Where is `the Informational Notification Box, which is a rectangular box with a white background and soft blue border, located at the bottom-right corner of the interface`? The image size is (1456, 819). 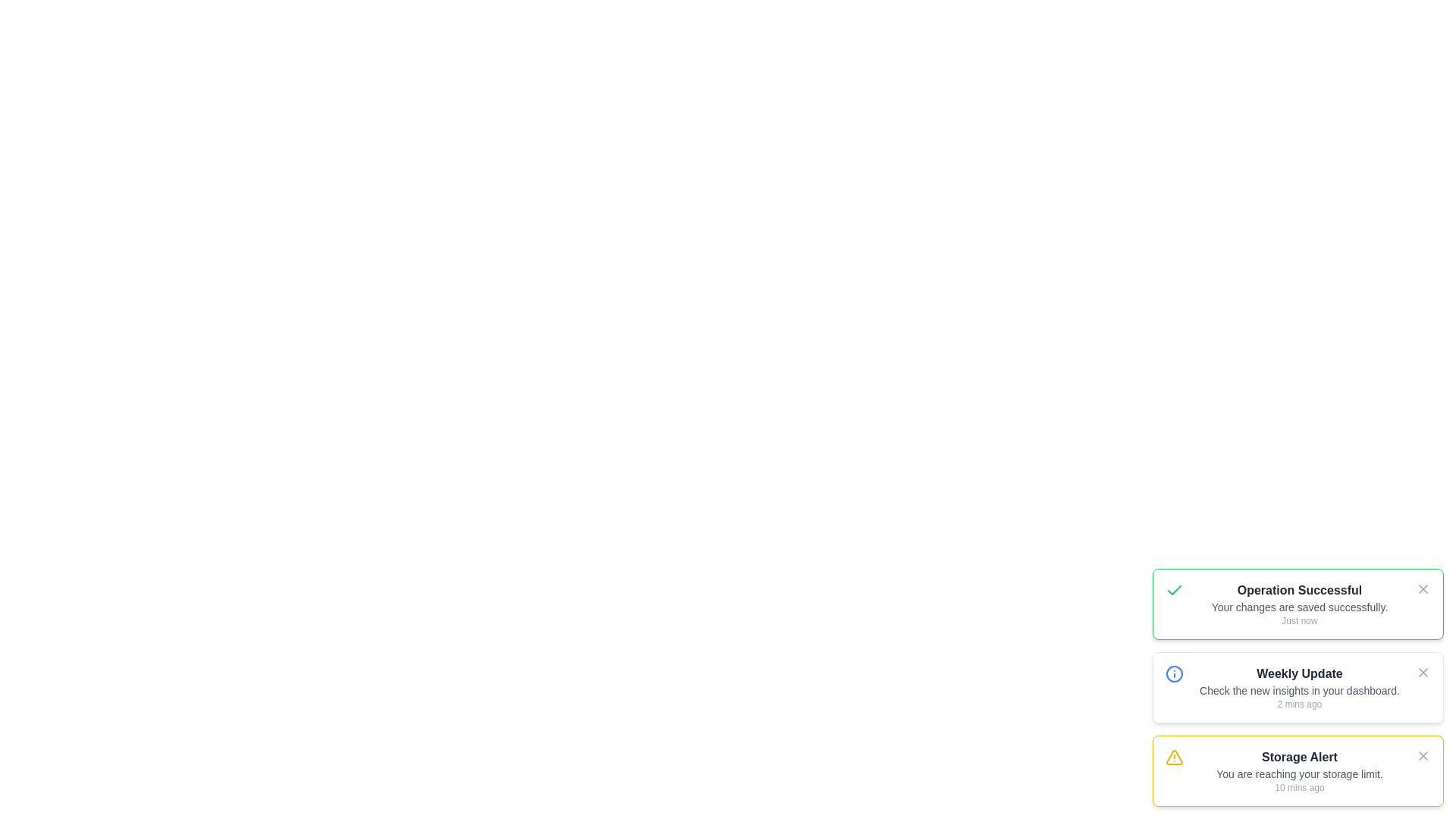
the Informational Notification Box, which is a rectangular box with a white background and soft blue border, located at the bottom-right corner of the interface is located at coordinates (1298, 687).